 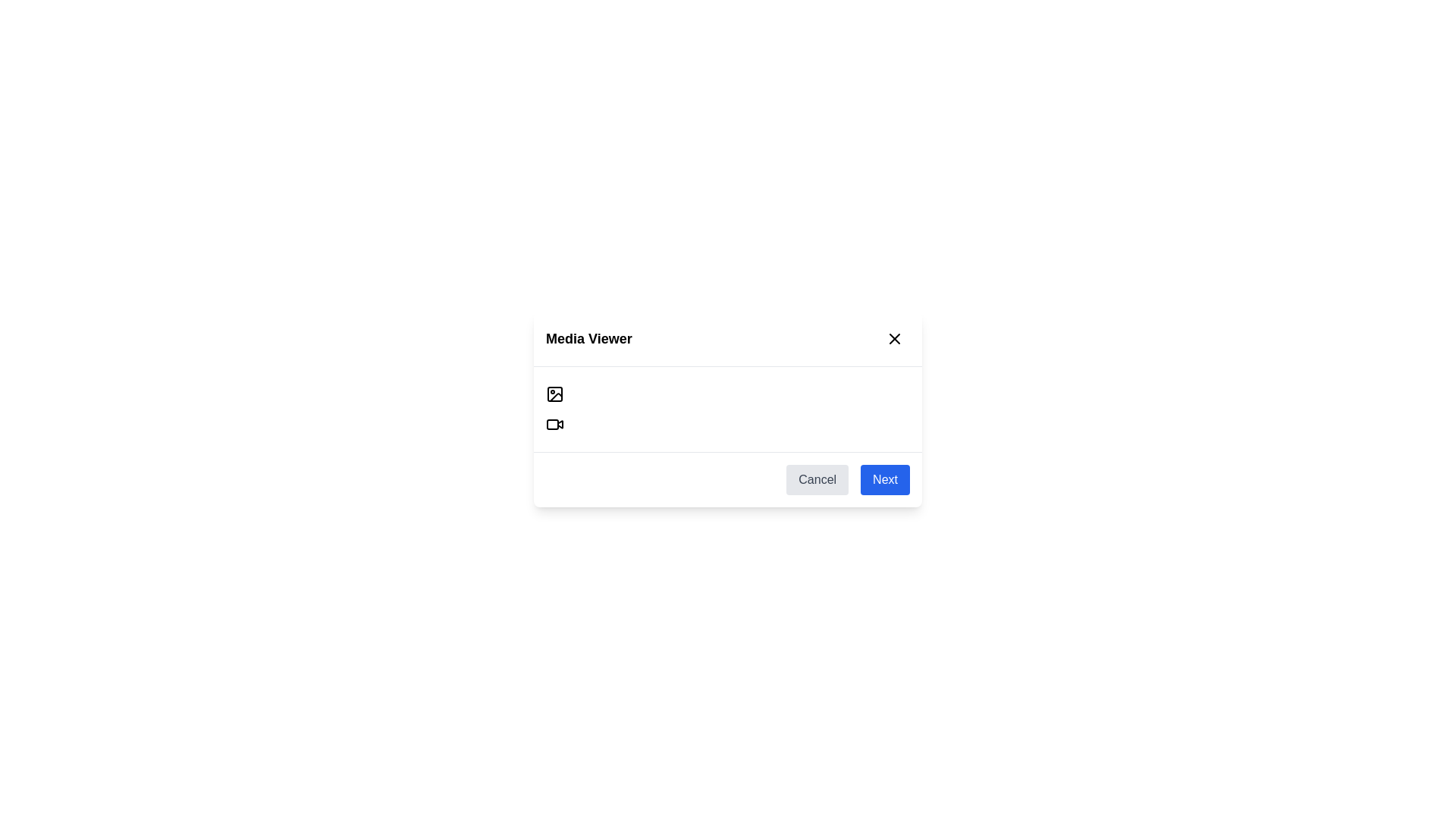 What do you see at coordinates (895, 338) in the screenshot?
I see `the 'X' icon in the top-right corner of the dialog box to visualize any hover effect` at bounding box center [895, 338].